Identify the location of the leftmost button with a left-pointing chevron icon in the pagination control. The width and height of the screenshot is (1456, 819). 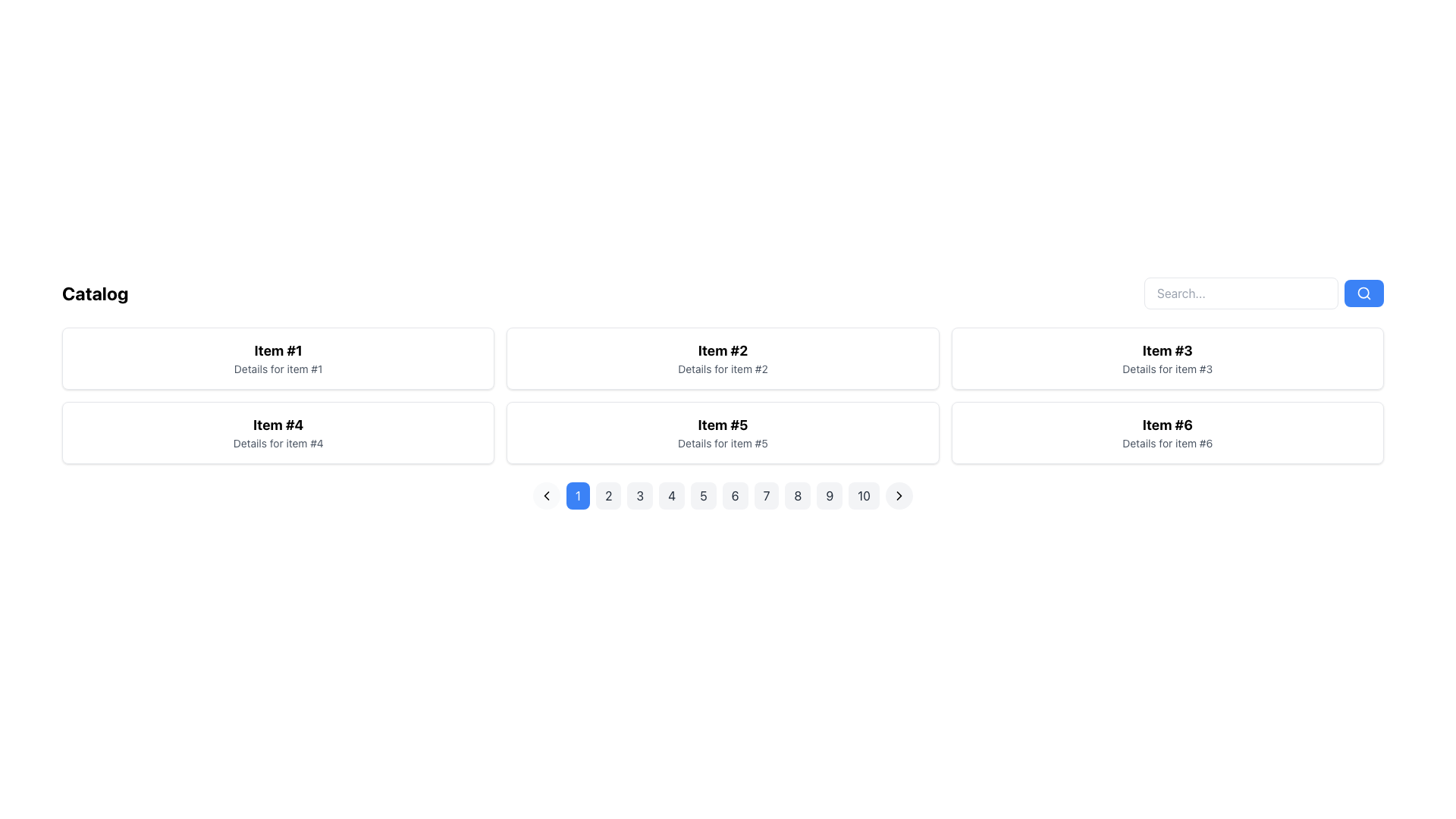
(546, 496).